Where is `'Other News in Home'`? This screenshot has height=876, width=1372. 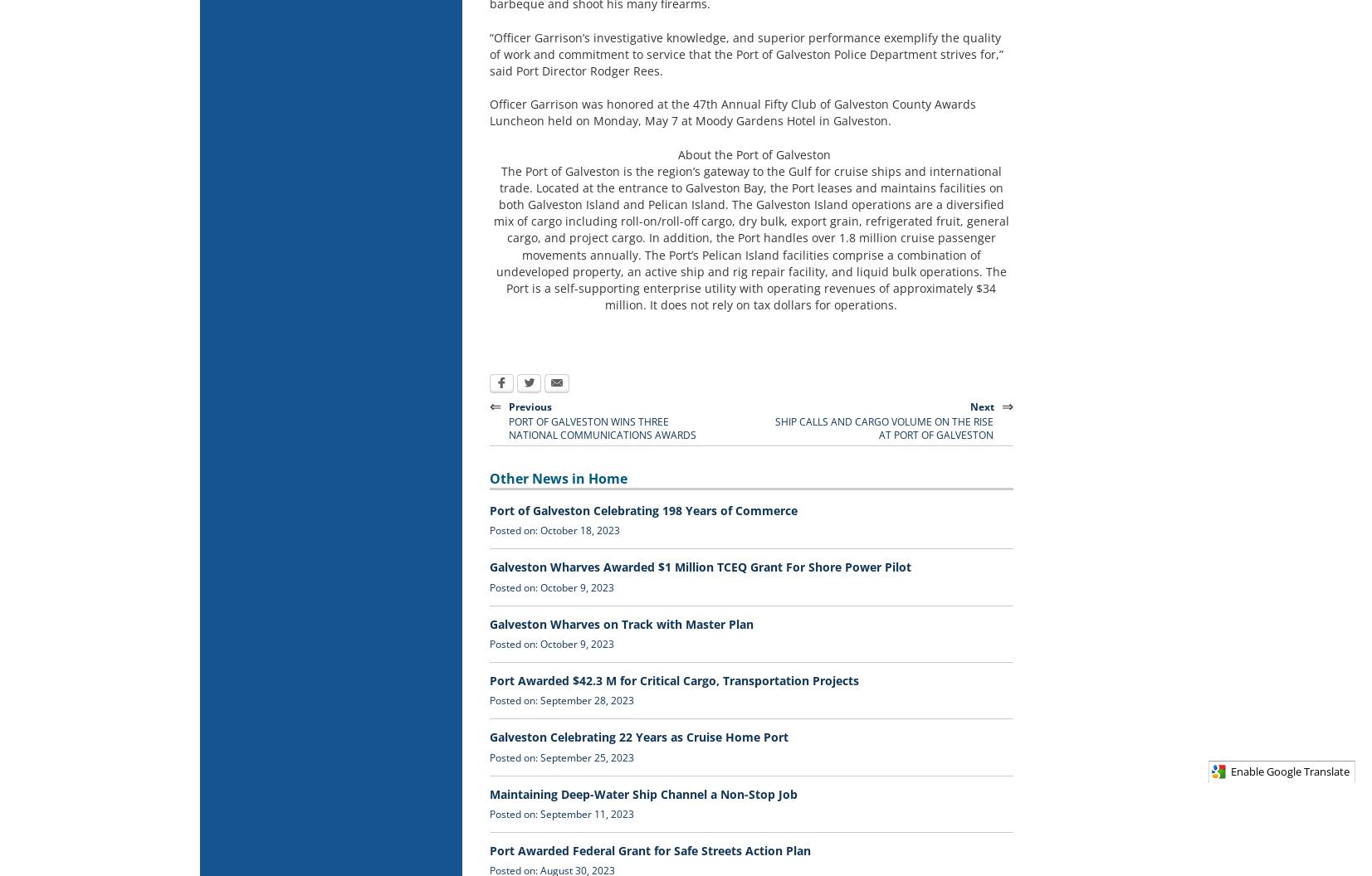
'Other News in Home' is located at coordinates (557, 478).